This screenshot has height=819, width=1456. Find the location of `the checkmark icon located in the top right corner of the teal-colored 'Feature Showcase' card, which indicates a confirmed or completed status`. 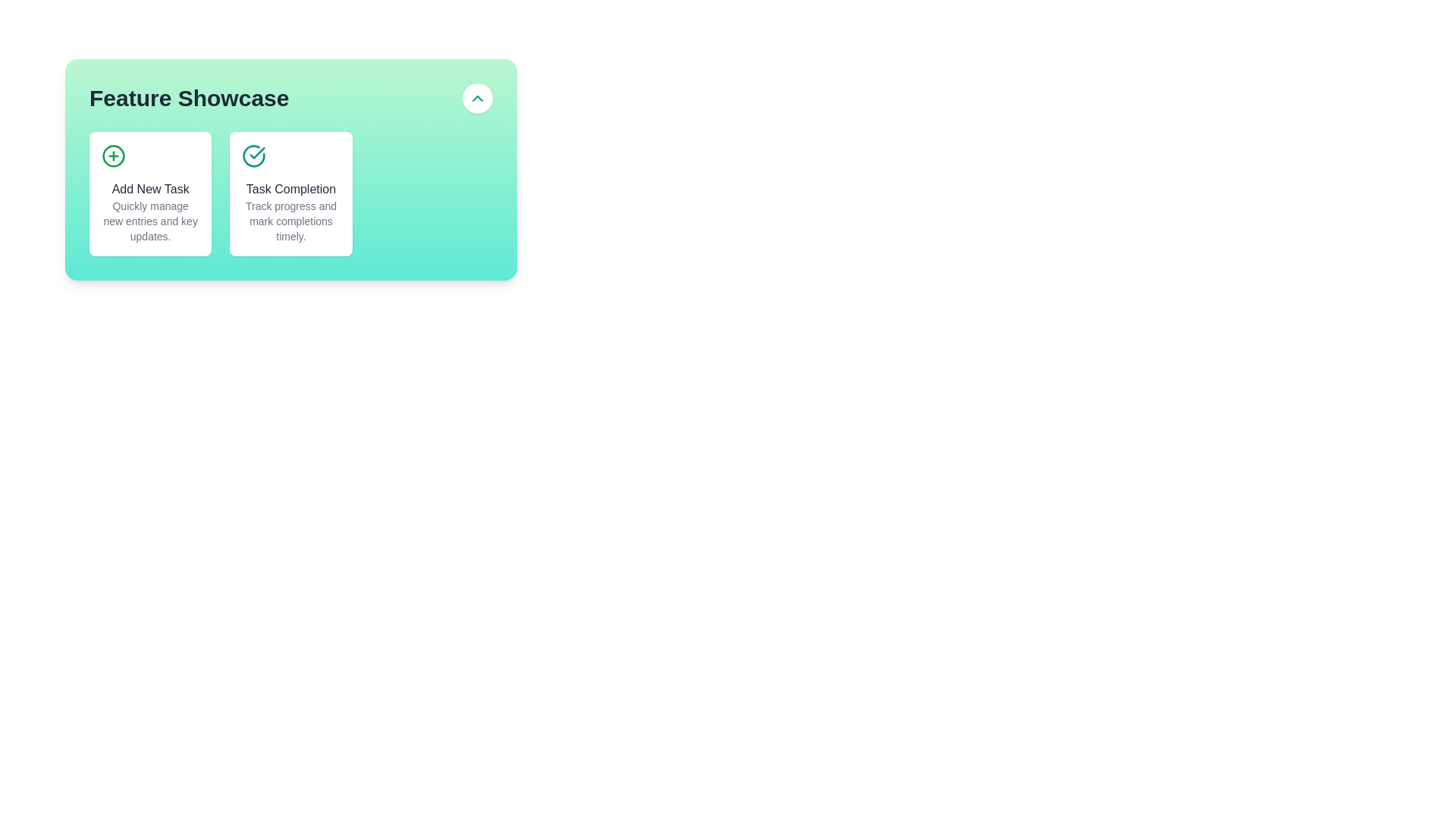

the checkmark icon located in the top right corner of the teal-colored 'Feature Showcase' card, which indicates a confirmed or completed status is located at coordinates (258, 152).